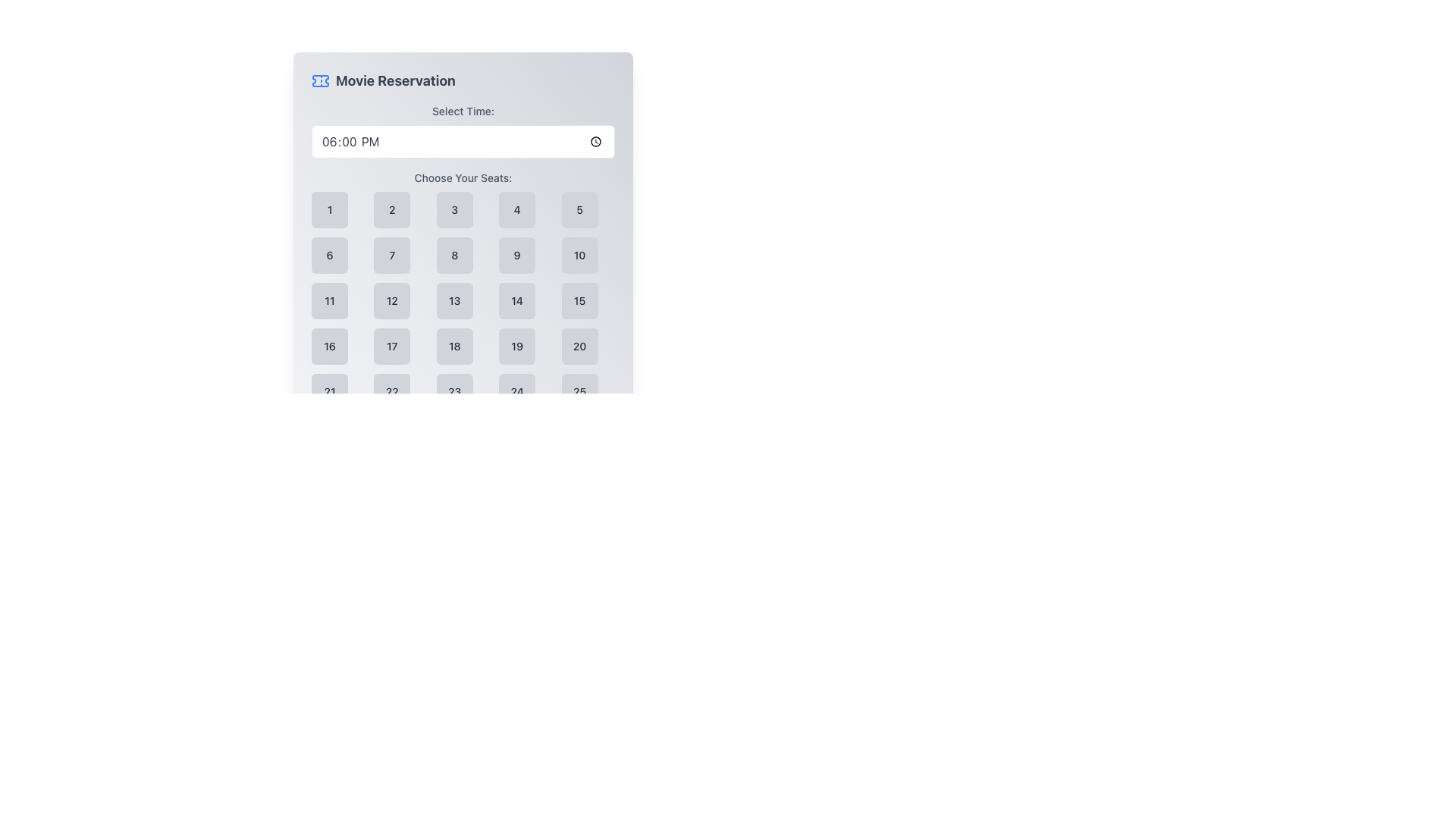 Image resolution: width=1456 pixels, height=819 pixels. Describe the element at coordinates (517, 391) in the screenshot. I see `the square button labeled '24' with a gray background and rounded corners` at that location.